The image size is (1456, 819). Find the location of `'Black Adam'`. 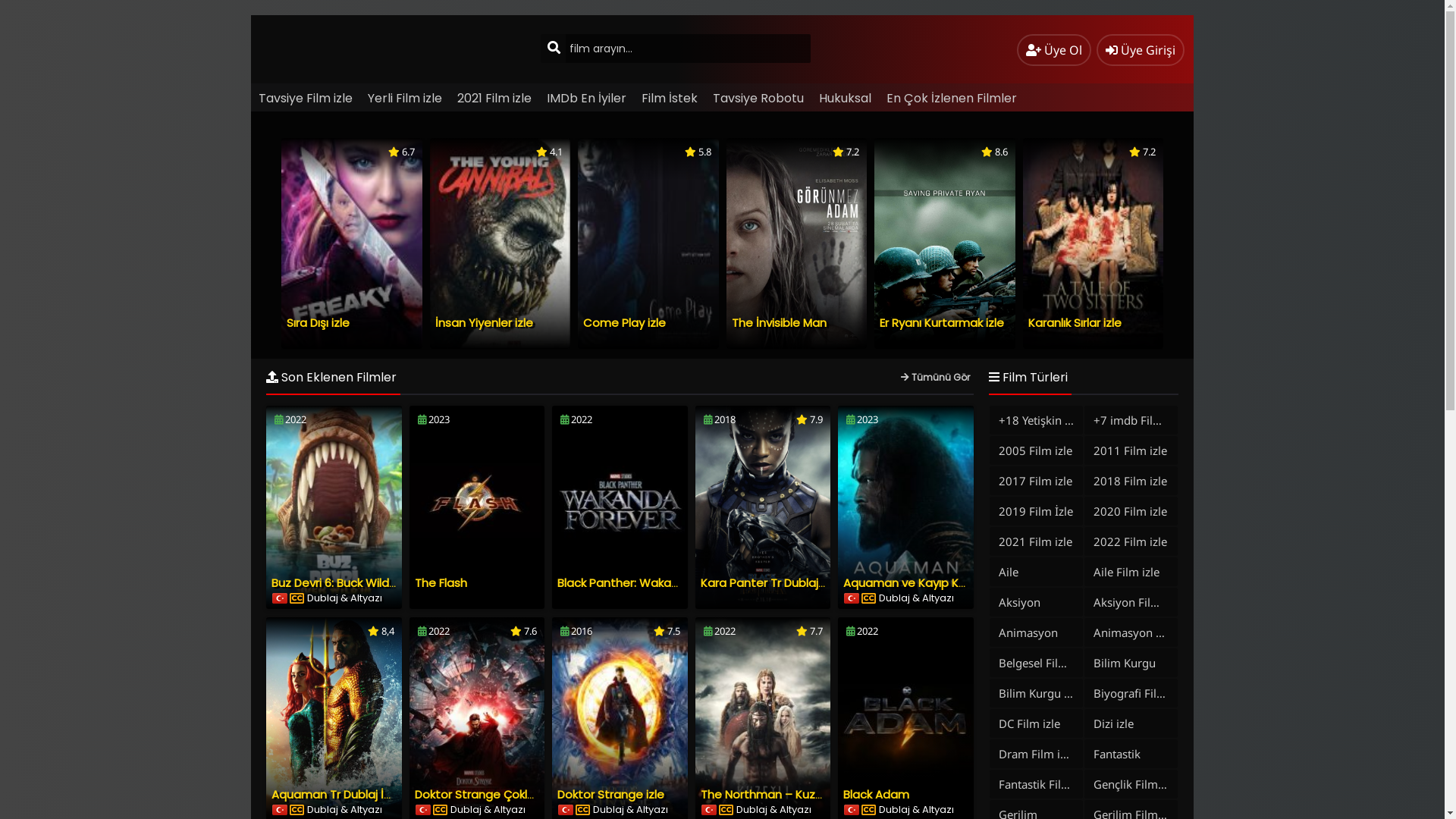

'Black Adam' is located at coordinates (876, 793).